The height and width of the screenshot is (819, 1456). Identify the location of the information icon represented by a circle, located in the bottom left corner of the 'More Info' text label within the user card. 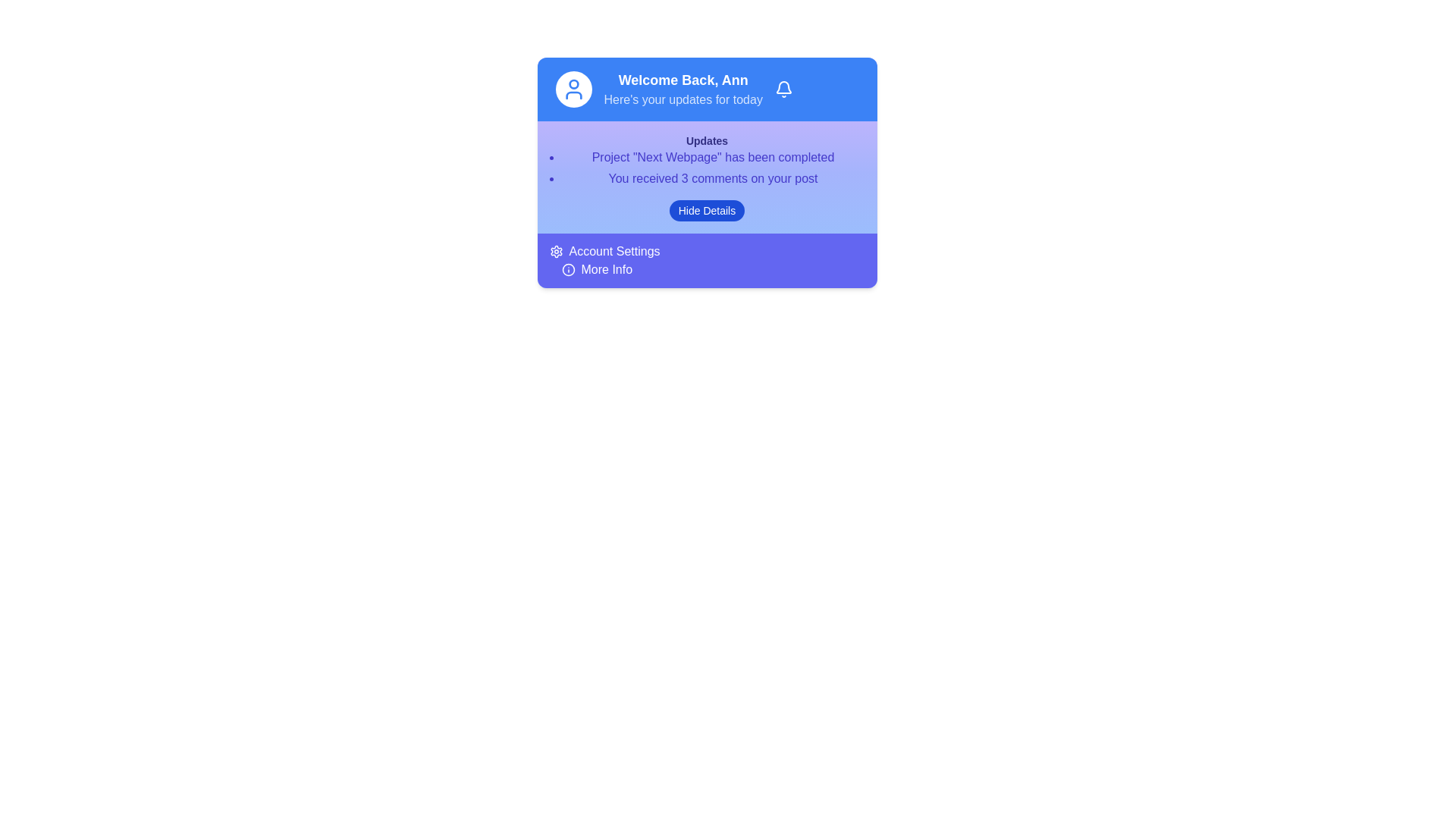
(567, 268).